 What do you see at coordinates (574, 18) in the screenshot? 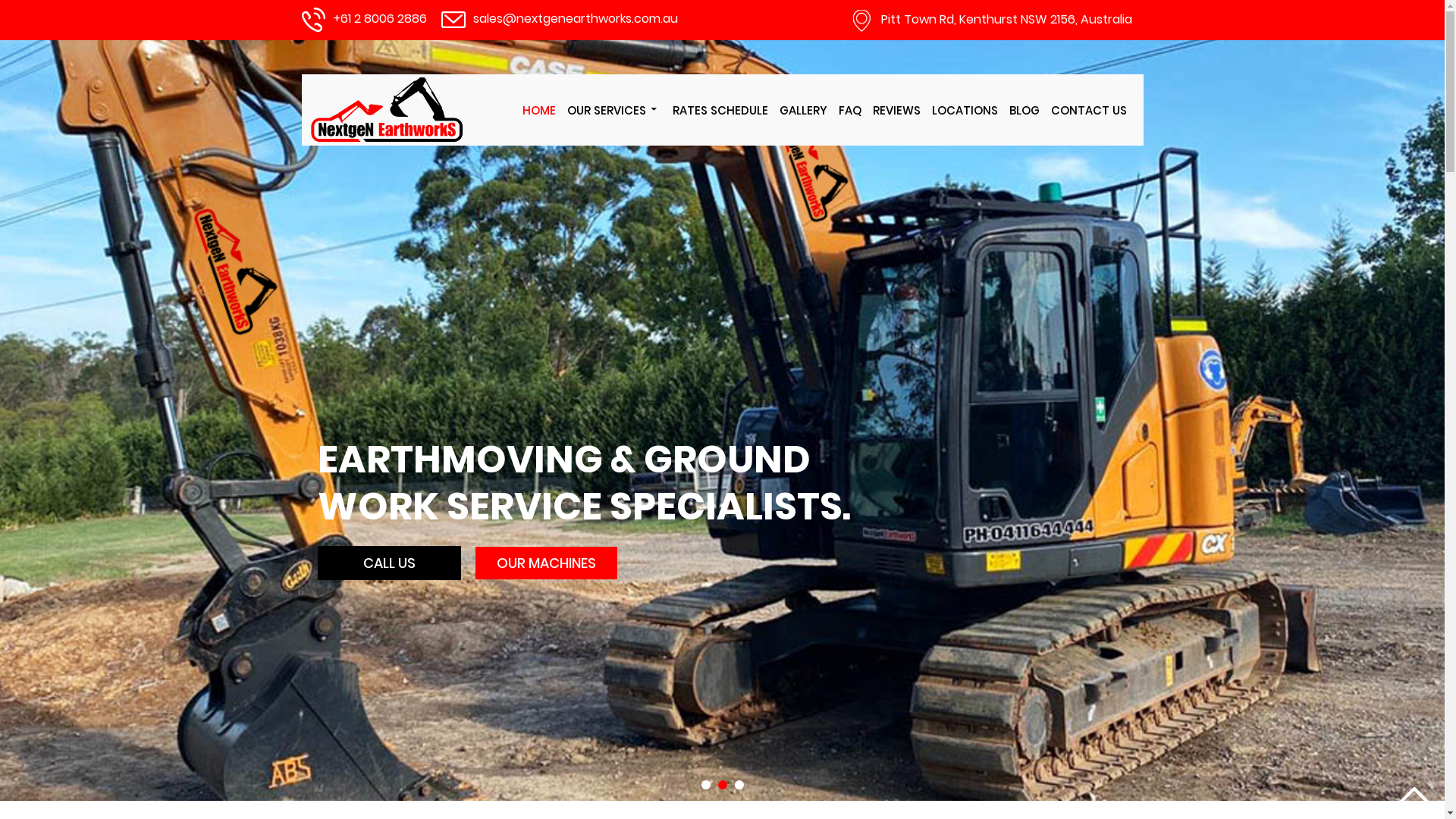
I see `'sales@nextgenearthworks.com.au'` at bounding box center [574, 18].